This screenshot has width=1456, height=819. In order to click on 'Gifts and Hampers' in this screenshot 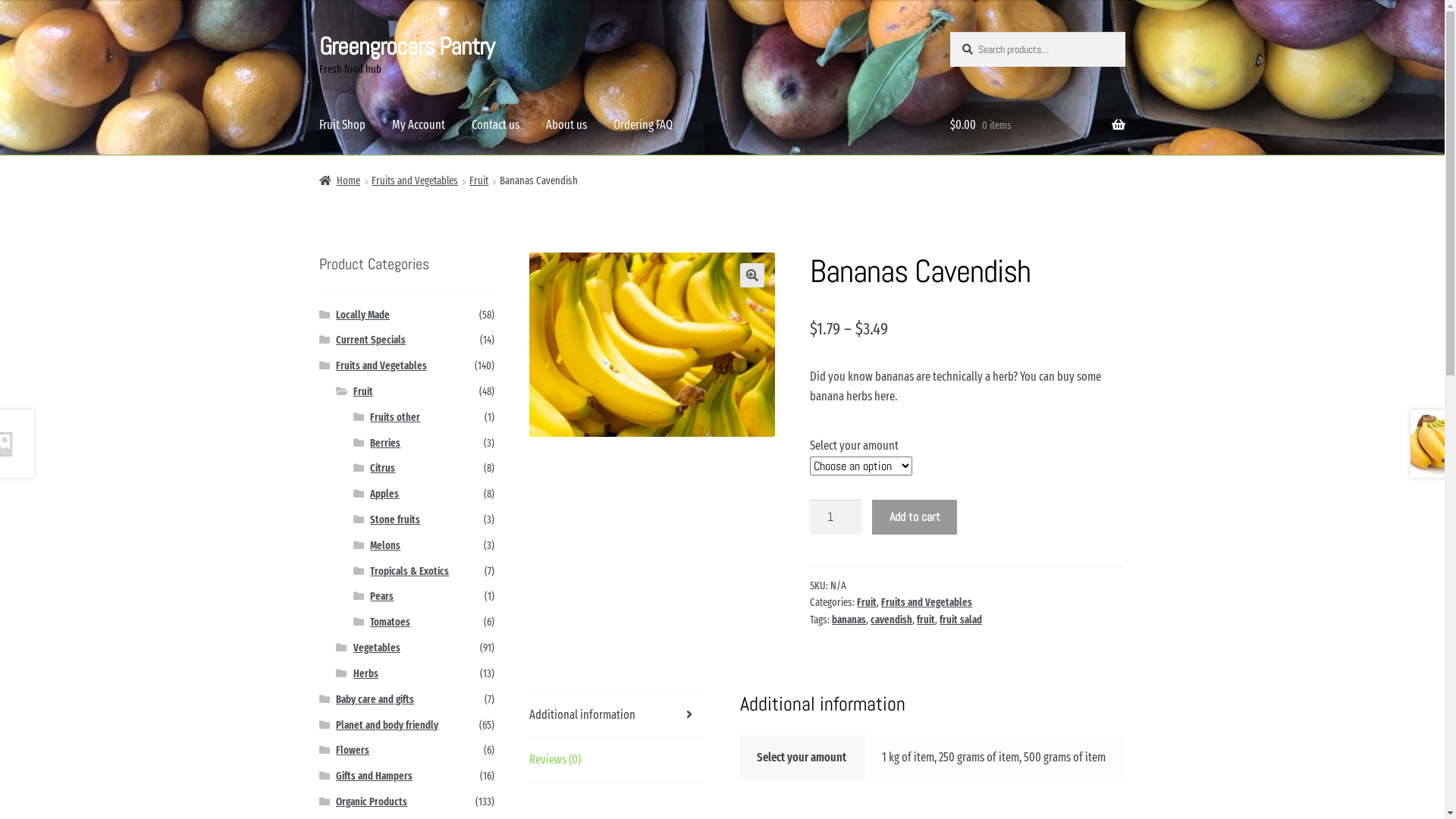, I will do `click(374, 776)`.